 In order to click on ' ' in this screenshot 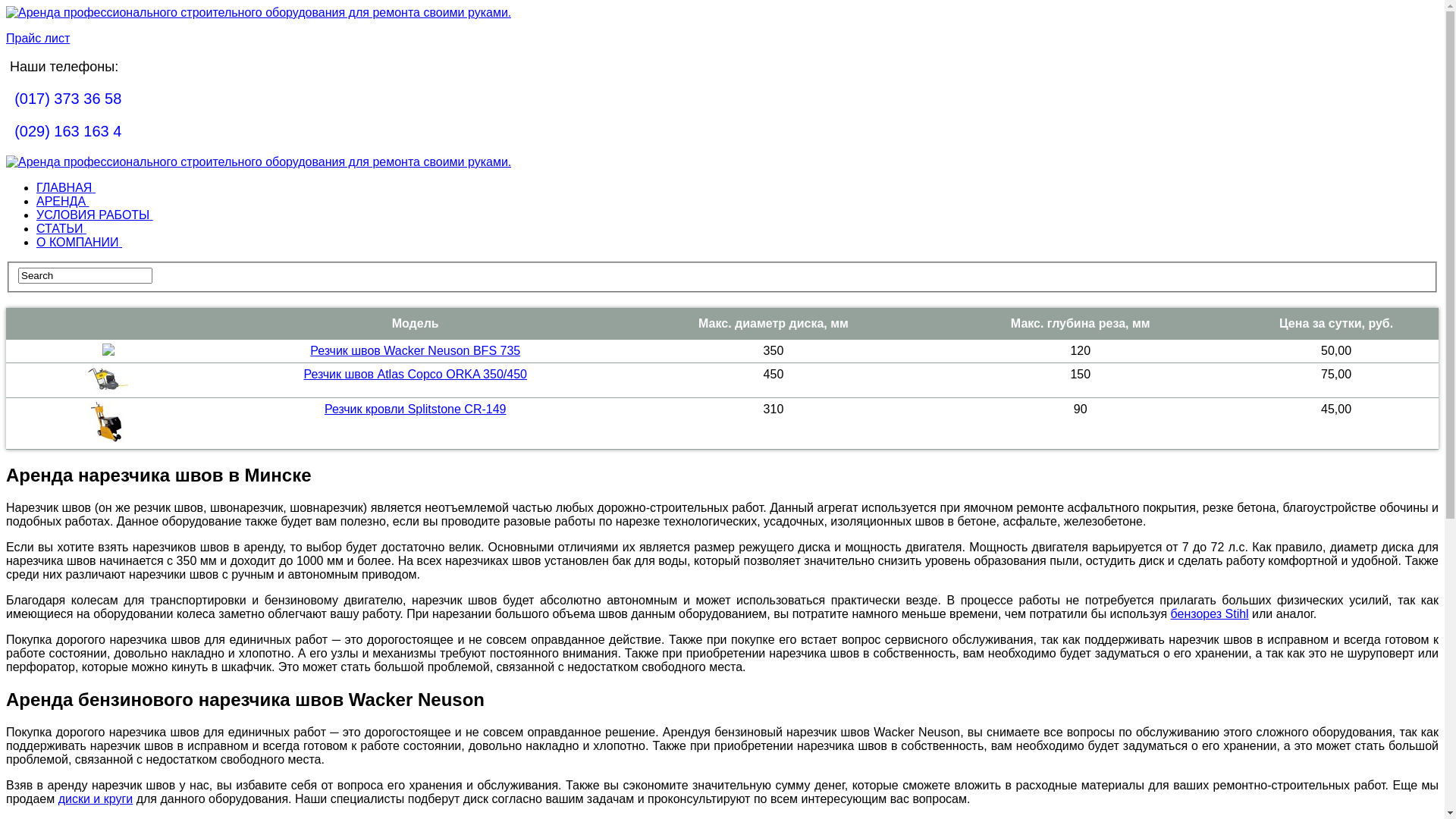, I will do `click(6, 130)`.